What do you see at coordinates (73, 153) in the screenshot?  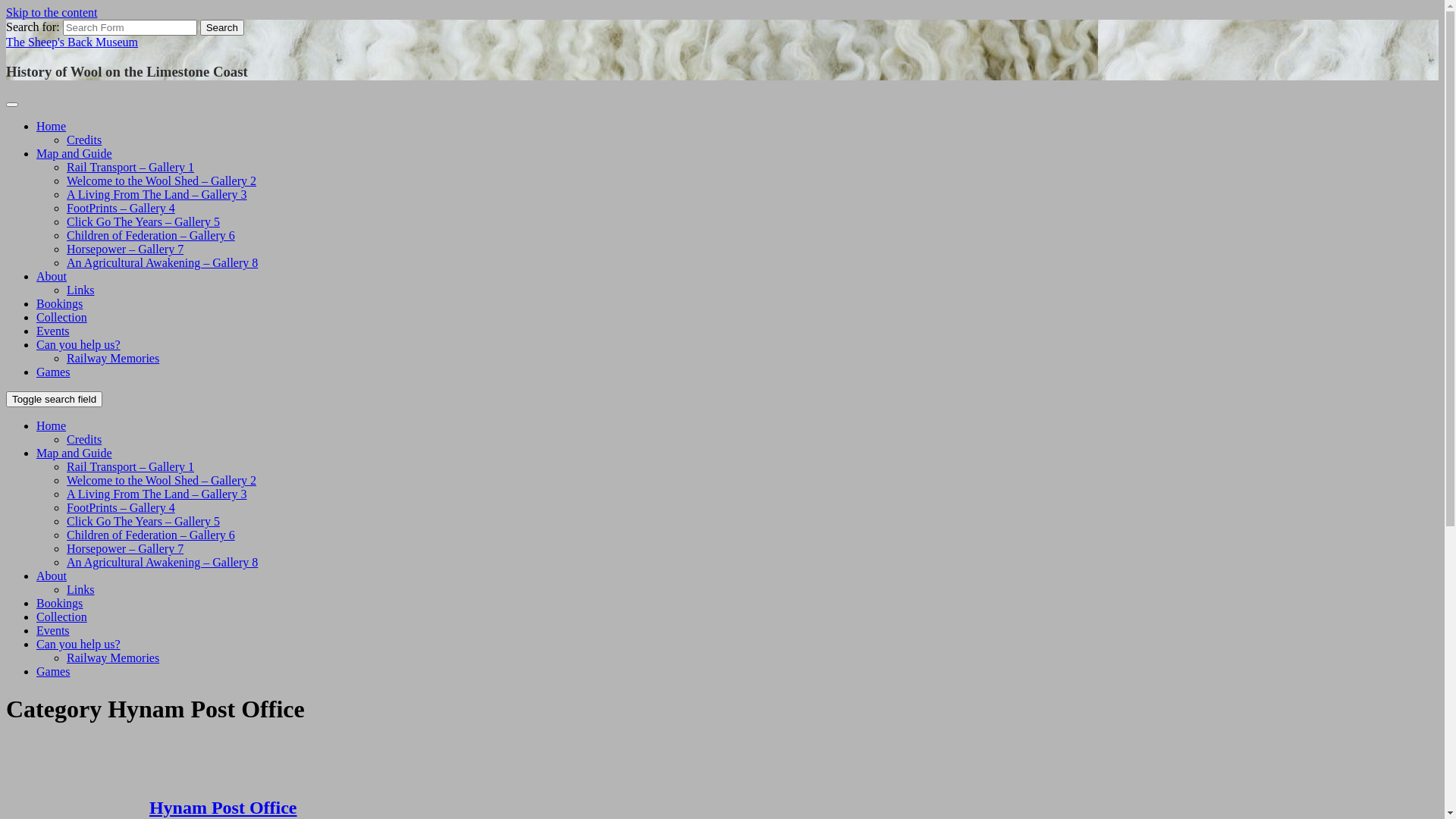 I see `'Map and Guide'` at bounding box center [73, 153].